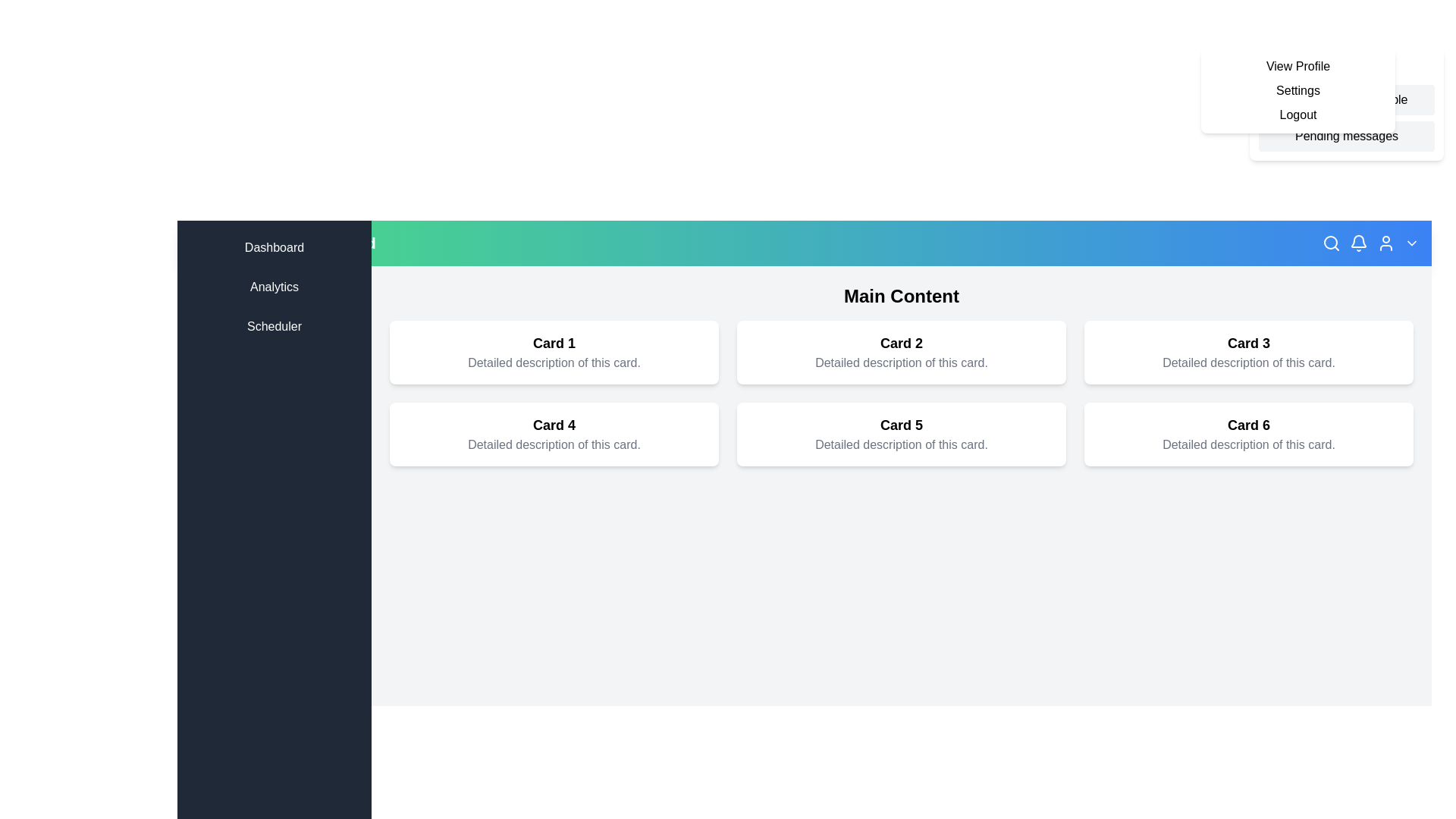 This screenshot has width=1456, height=819. Describe the element at coordinates (902, 444) in the screenshot. I see `the static descriptive text located within 'Card 5', positioned below the title text and separated by vertical spacing` at that location.